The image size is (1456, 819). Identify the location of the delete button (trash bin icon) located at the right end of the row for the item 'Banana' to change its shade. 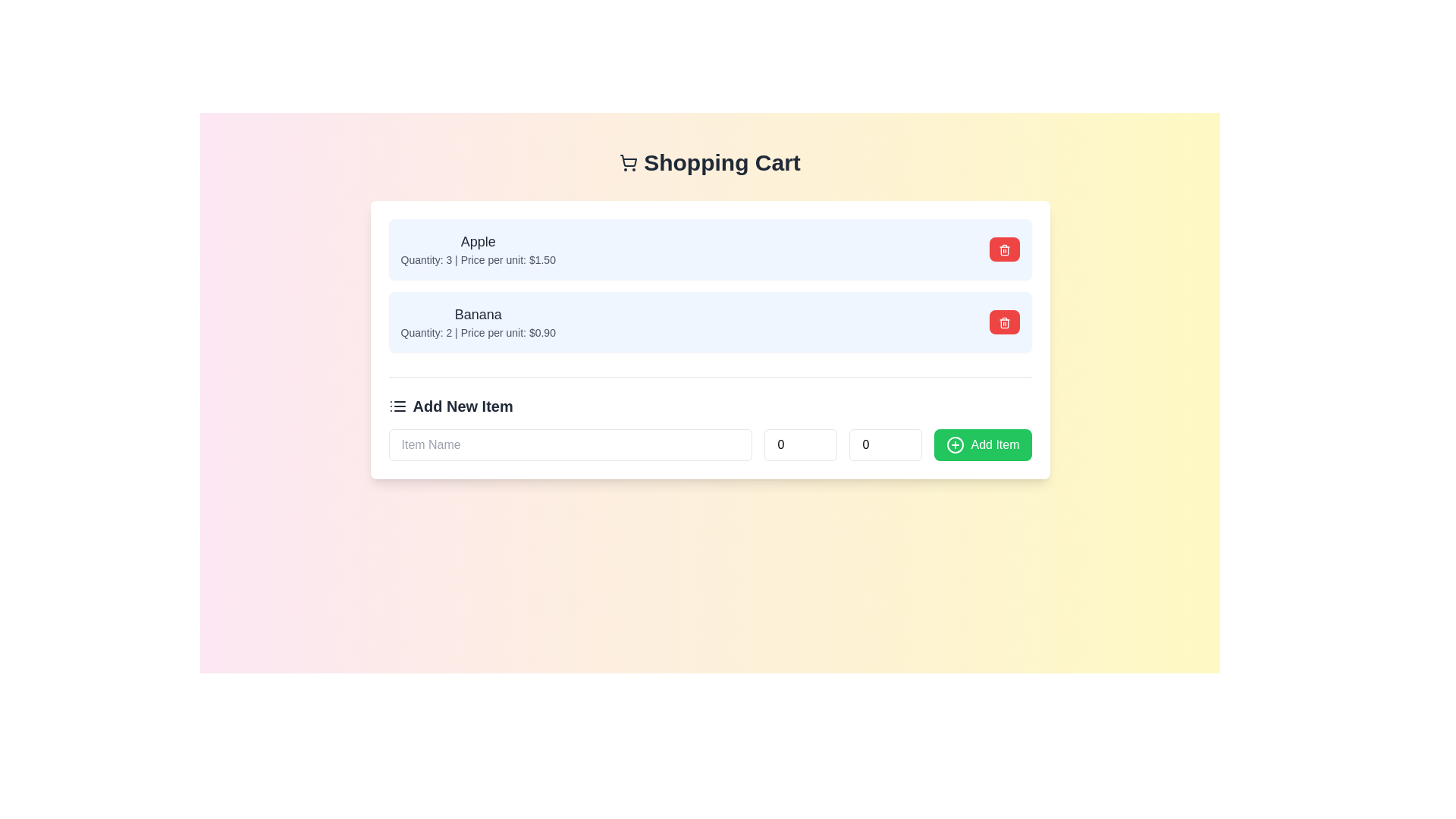
(1004, 321).